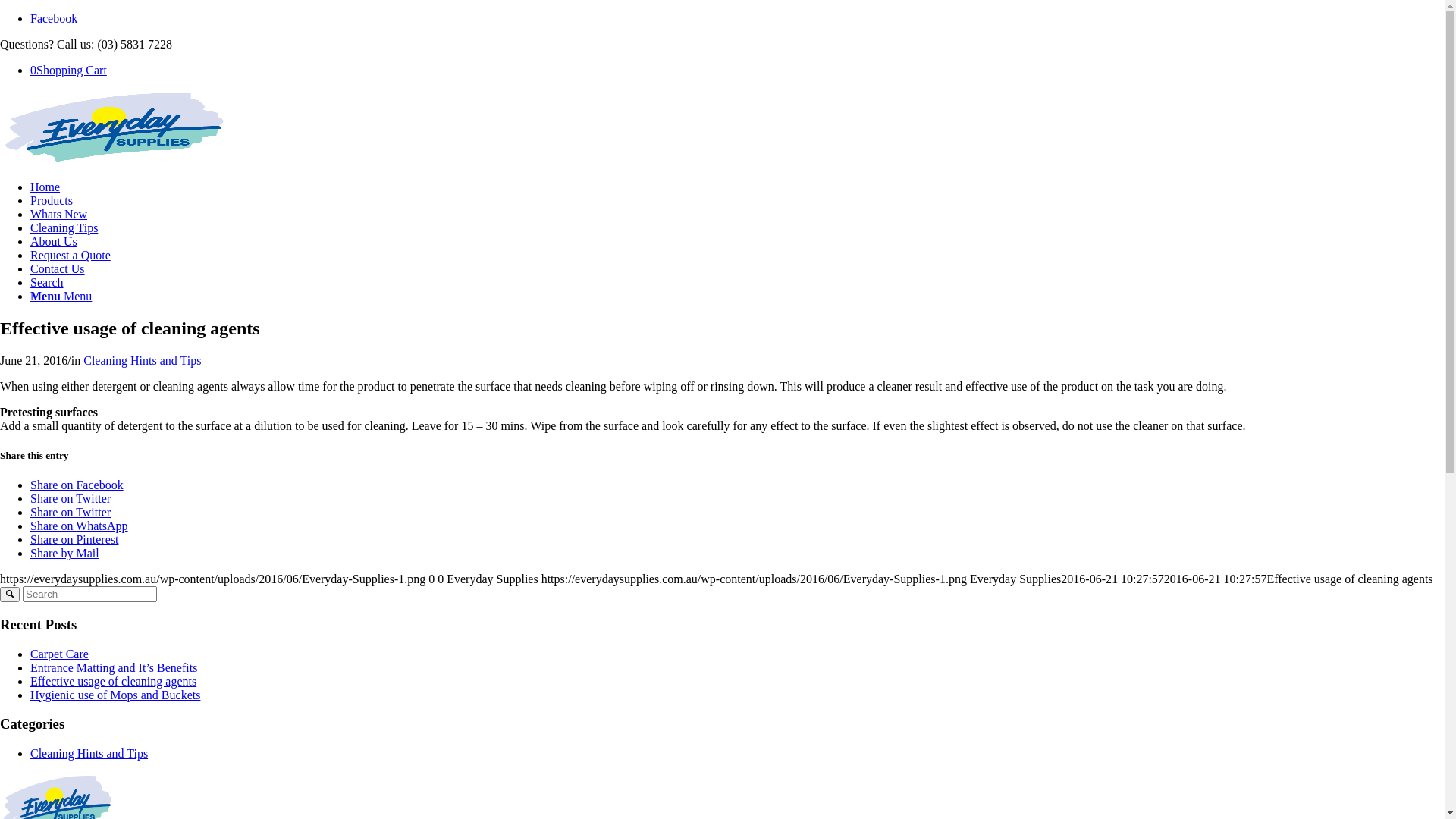  Describe the element at coordinates (78, 525) in the screenshot. I see `'Share on WhatsApp'` at that location.